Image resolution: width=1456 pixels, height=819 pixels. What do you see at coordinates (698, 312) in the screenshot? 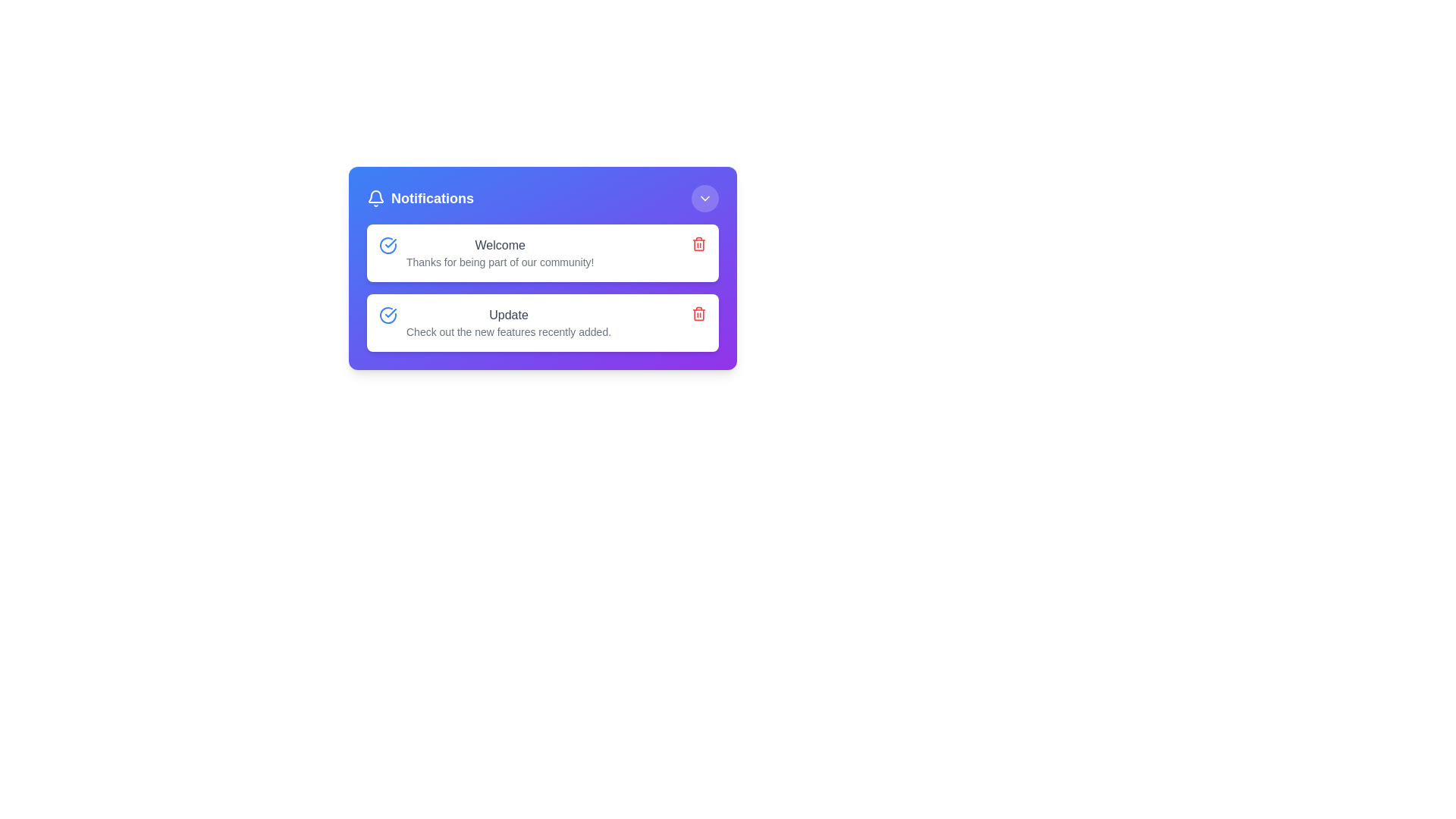
I see `the delete icon button located in the top-right corner of the second notification card` at bounding box center [698, 312].